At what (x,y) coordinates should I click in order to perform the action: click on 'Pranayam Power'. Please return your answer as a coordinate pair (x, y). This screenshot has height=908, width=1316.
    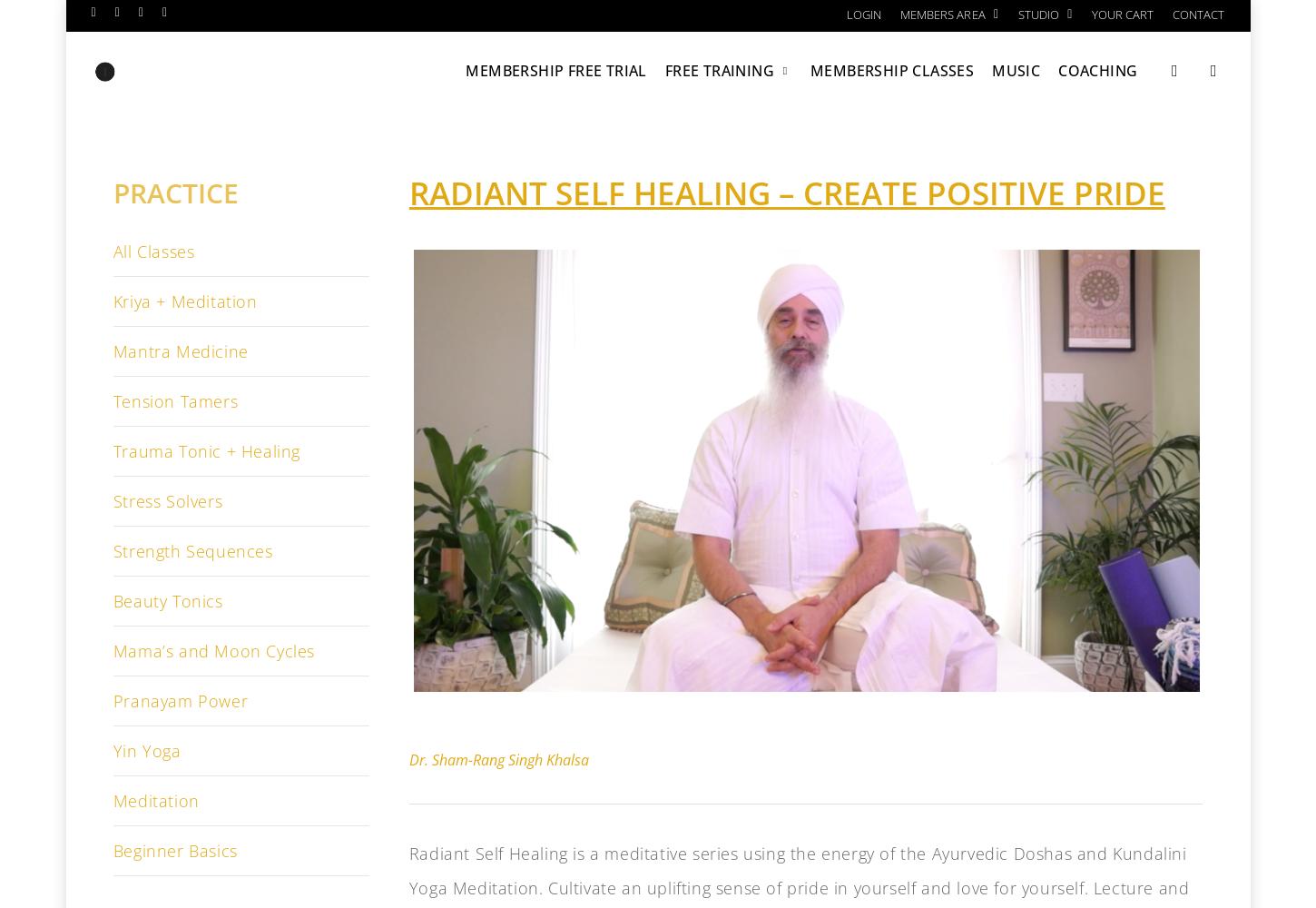
    Looking at the image, I should click on (179, 701).